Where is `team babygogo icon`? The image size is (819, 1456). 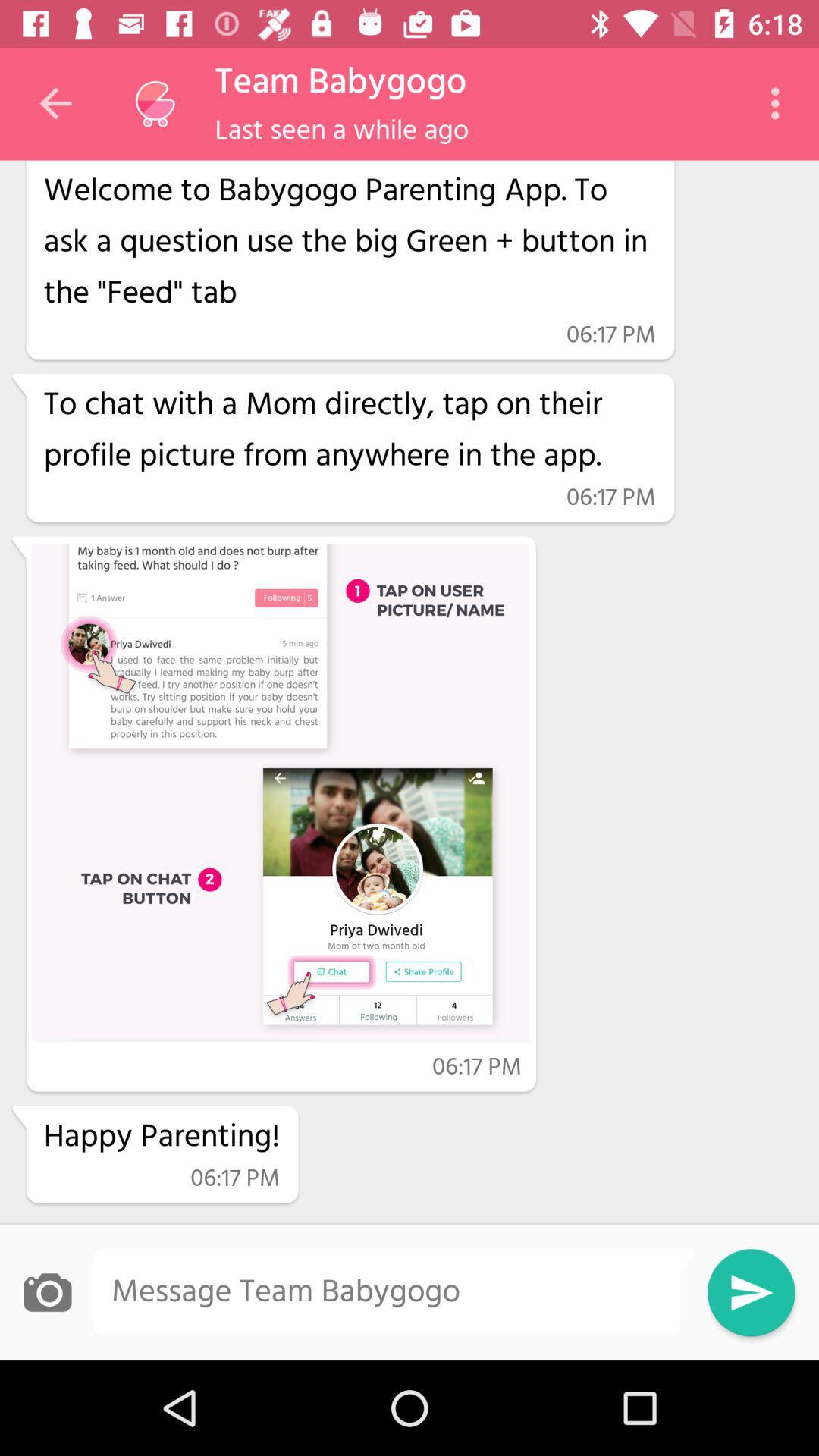
team babygogo icon is located at coordinates (340, 82).